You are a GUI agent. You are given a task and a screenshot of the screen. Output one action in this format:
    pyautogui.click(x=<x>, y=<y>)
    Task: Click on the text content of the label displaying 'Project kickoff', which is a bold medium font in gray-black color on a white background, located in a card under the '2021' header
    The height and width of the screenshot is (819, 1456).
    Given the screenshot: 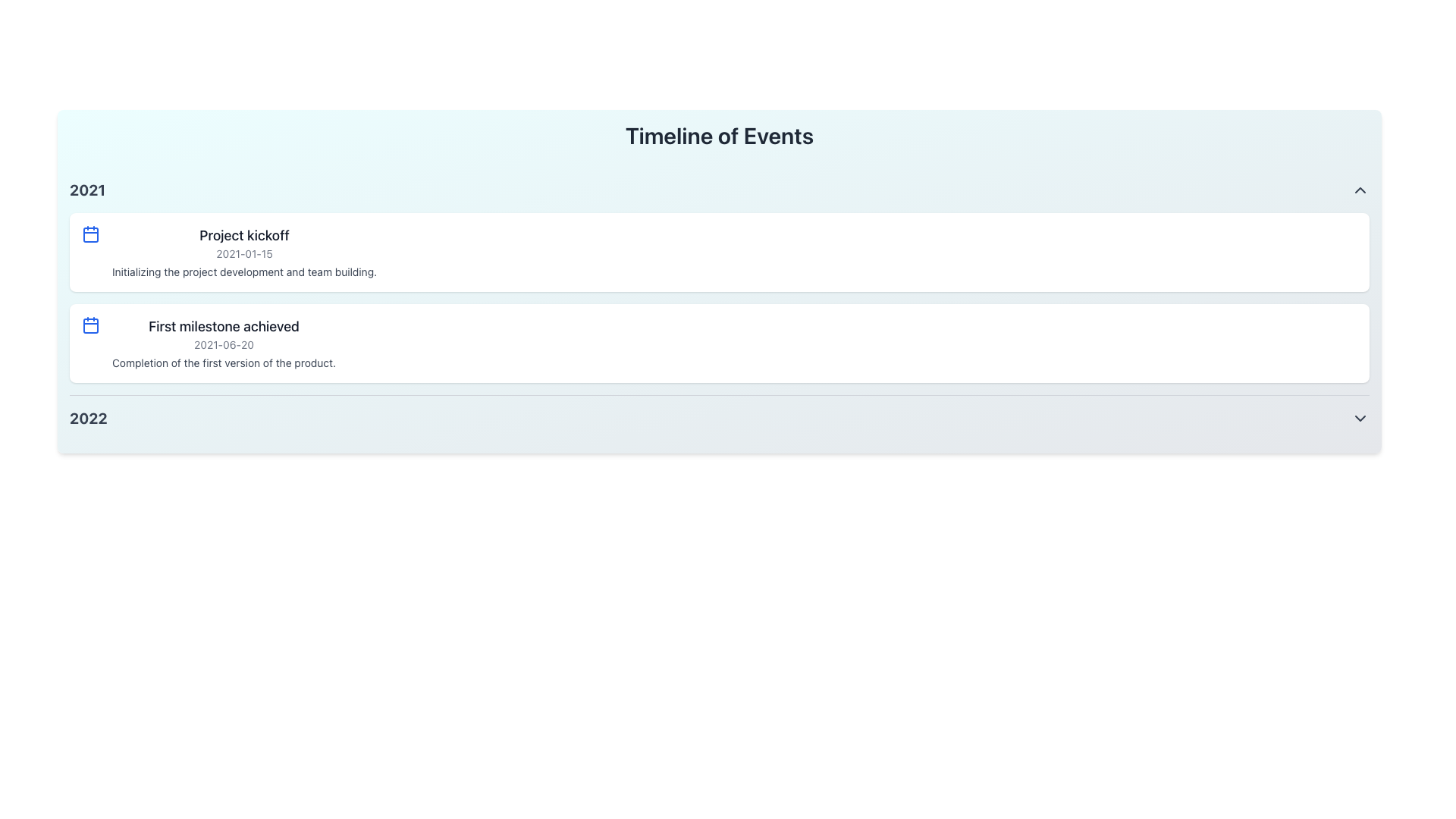 What is the action you would take?
    pyautogui.click(x=244, y=236)
    